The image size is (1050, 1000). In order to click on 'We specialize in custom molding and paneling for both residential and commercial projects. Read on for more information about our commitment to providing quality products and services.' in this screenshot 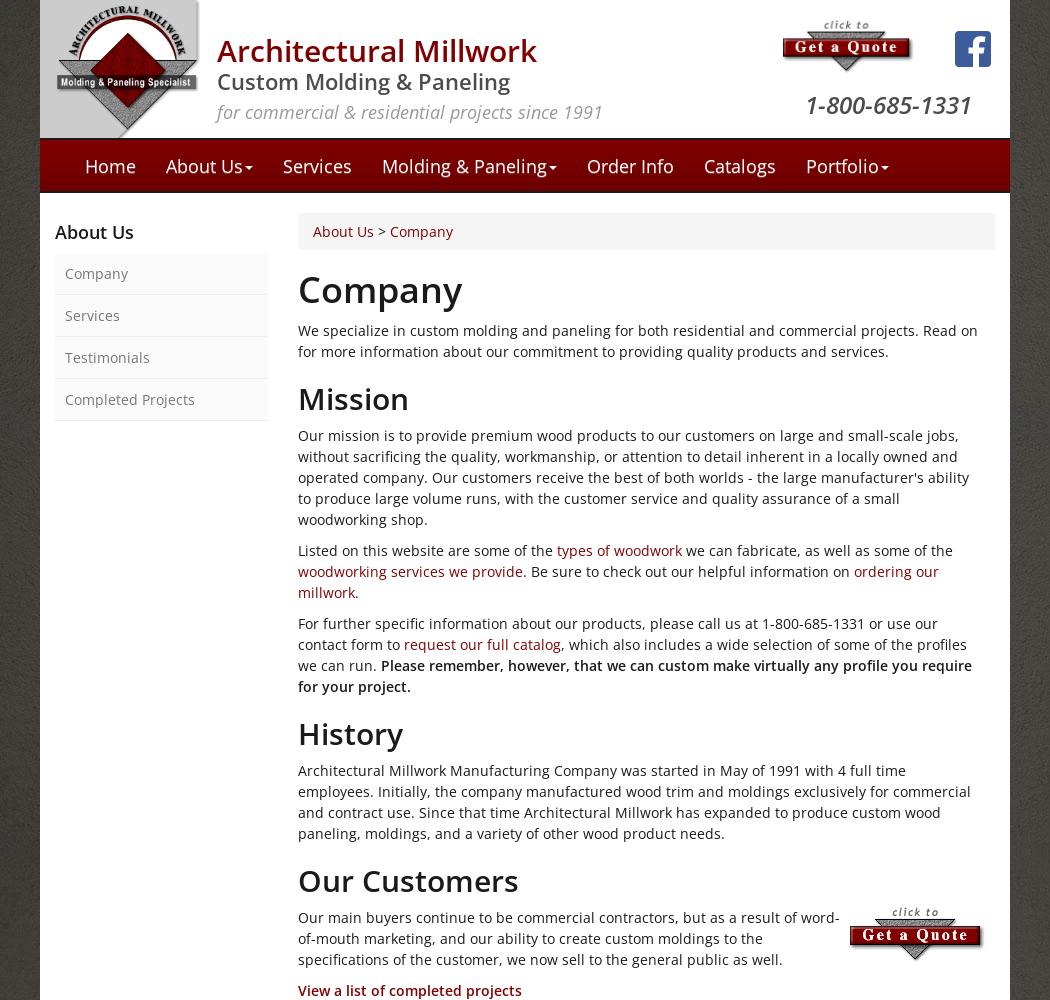, I will do `click(637, 339)`.